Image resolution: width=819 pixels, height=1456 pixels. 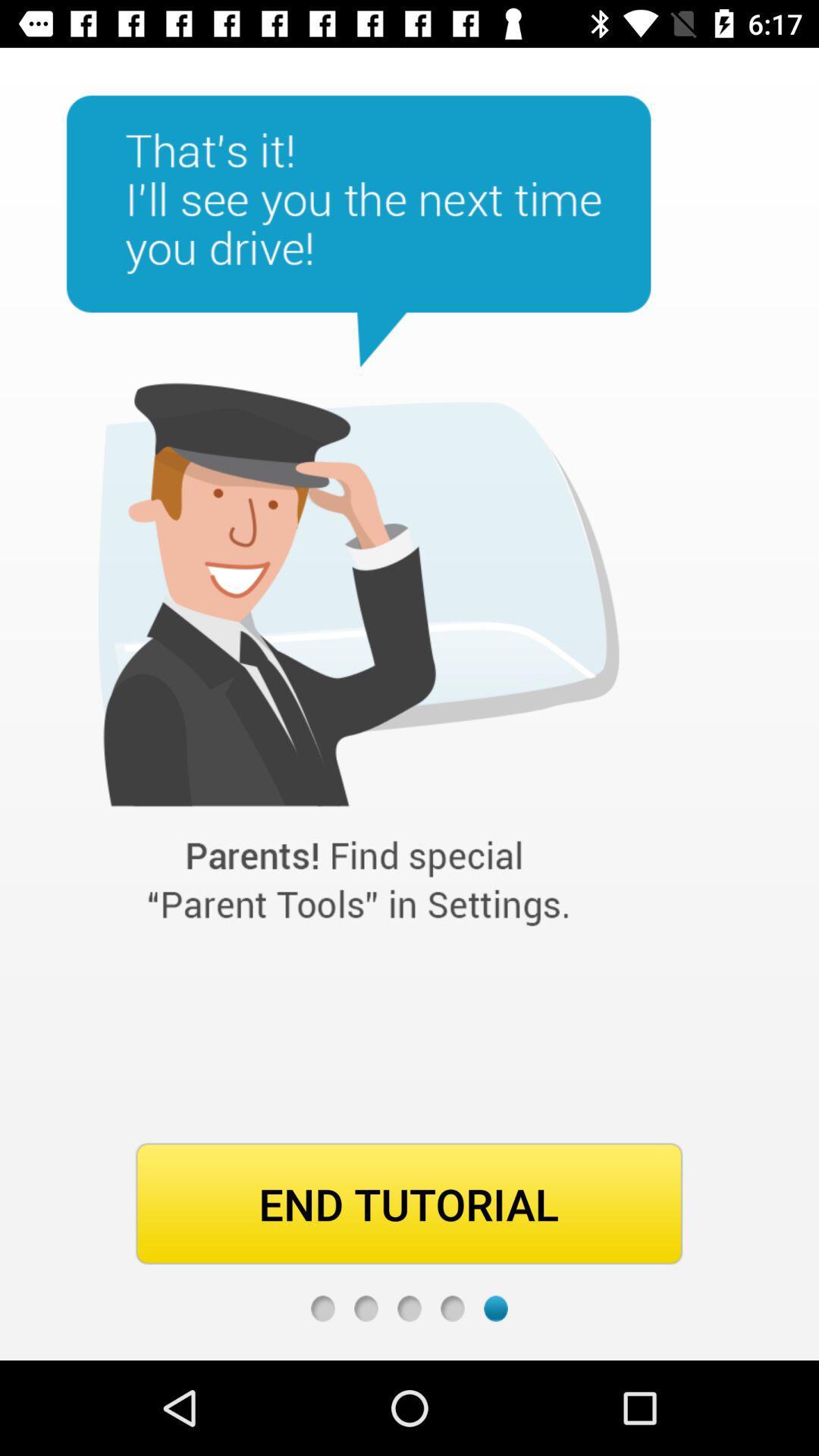 I want to click on goes back two options, so click(x=409, y=1307).